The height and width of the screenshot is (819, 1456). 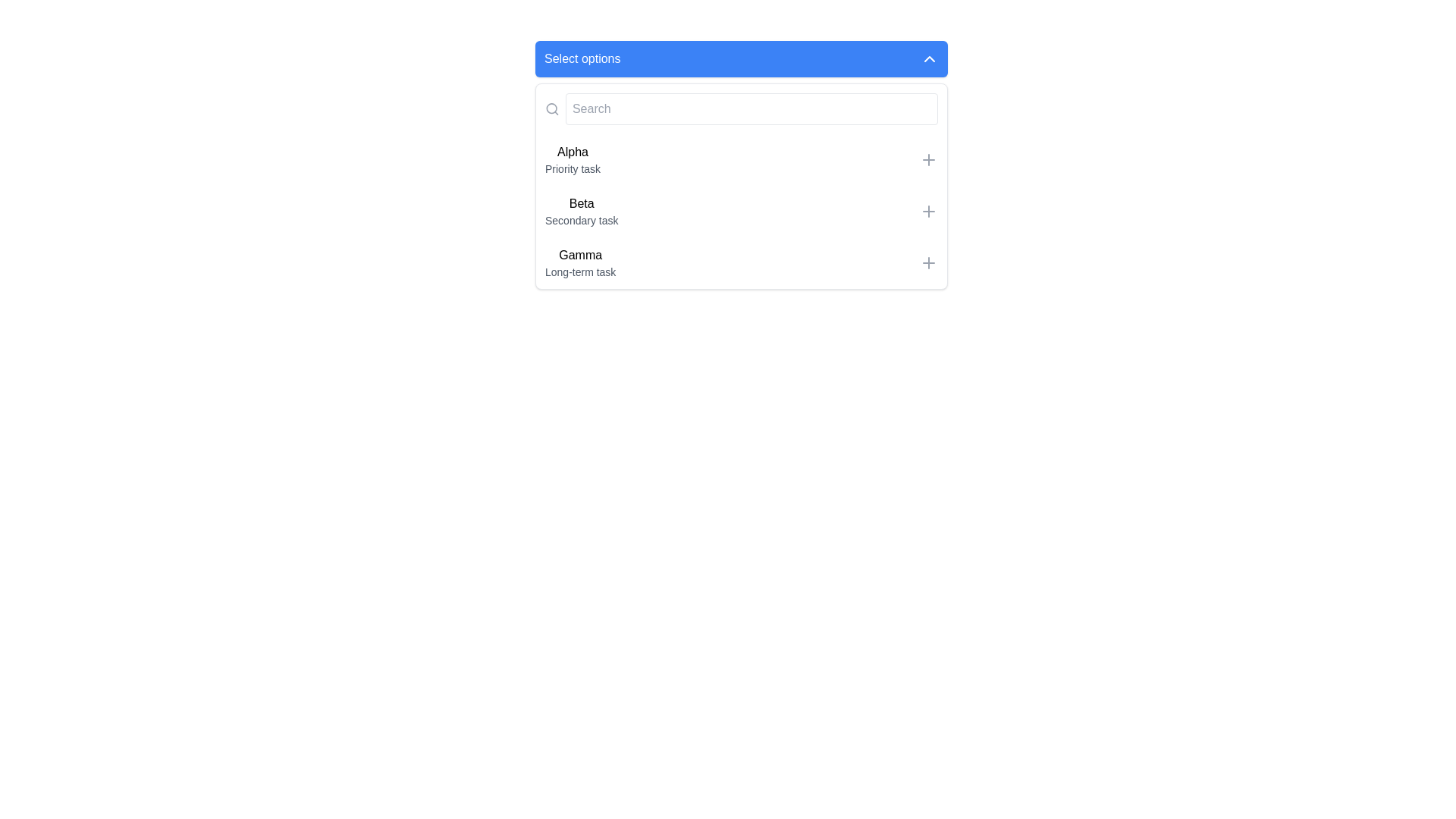 I want to click on the text label displaying 'Long-term task' that is styled in small gray font and positioned below the bold text 'Gamma' in the dropdown menu, so click(x=579, y=271).